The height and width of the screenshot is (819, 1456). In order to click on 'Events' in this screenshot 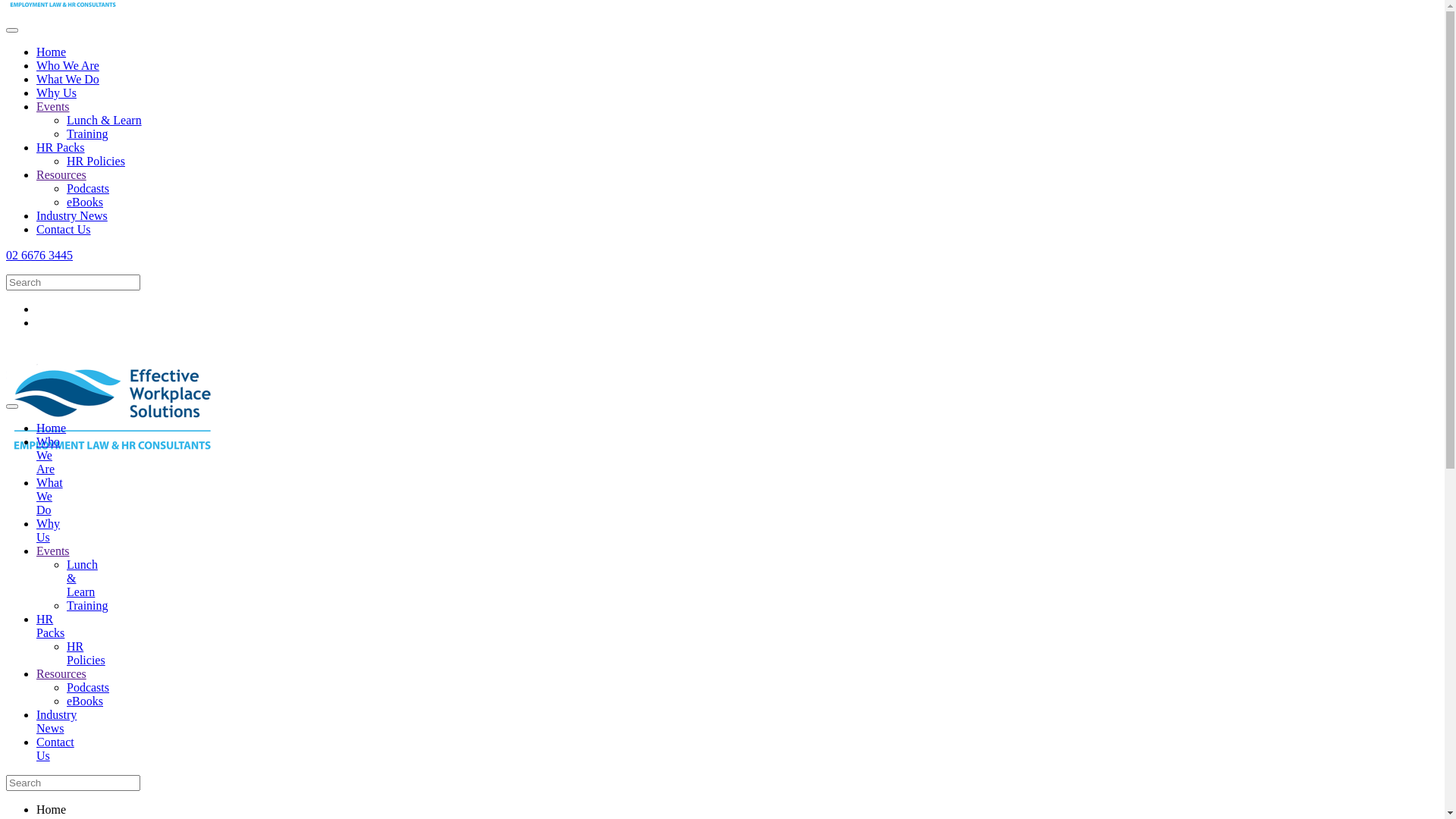, I will do `click(53, 105)`.